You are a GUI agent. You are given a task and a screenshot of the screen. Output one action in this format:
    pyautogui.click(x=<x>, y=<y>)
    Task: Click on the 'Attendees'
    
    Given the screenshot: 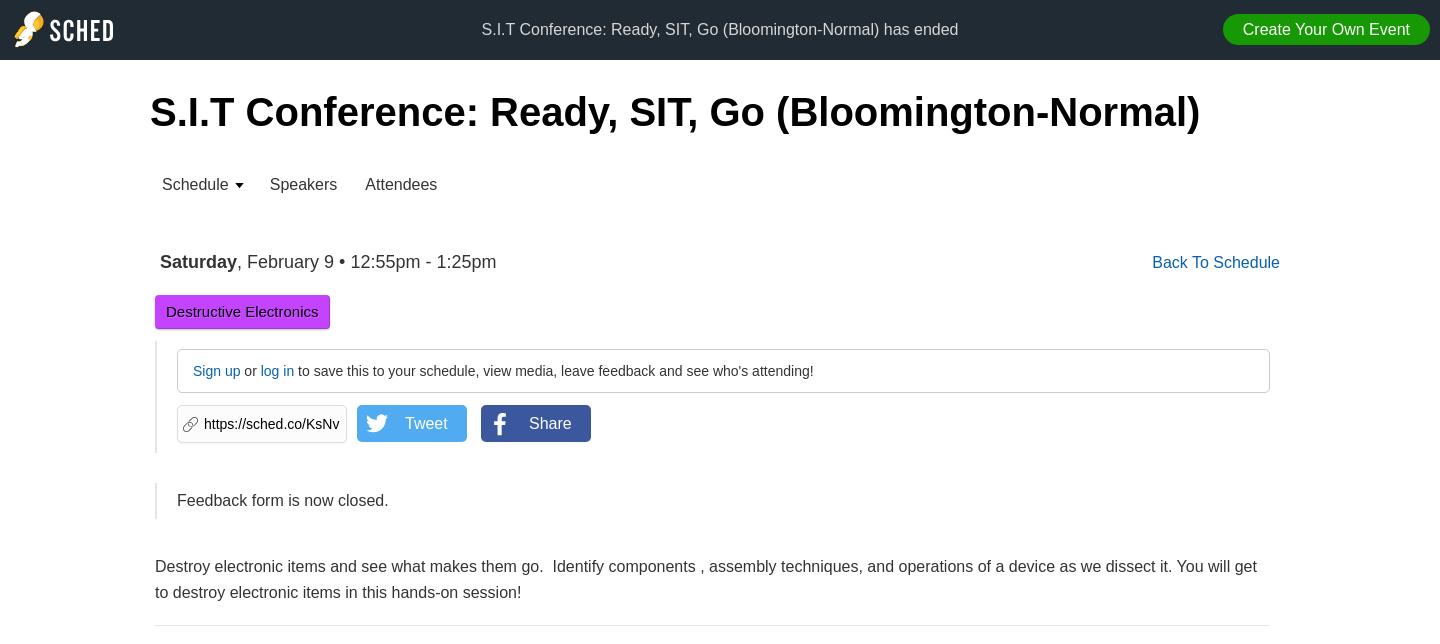 What is the action you would take?
    pyautogui.click(x=364, y=184)
    